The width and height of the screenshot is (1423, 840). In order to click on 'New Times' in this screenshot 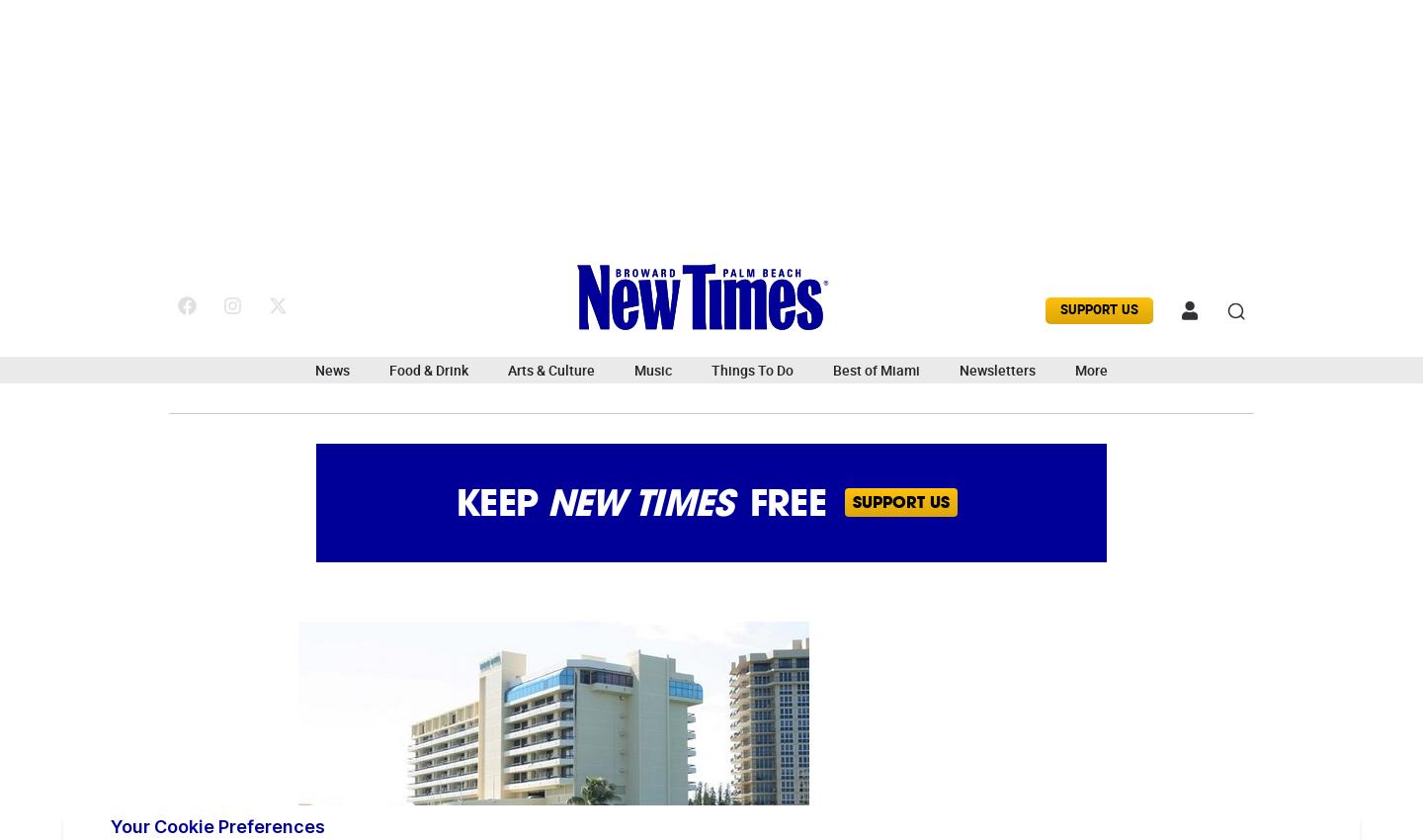, I will do `click(638, 501)`.